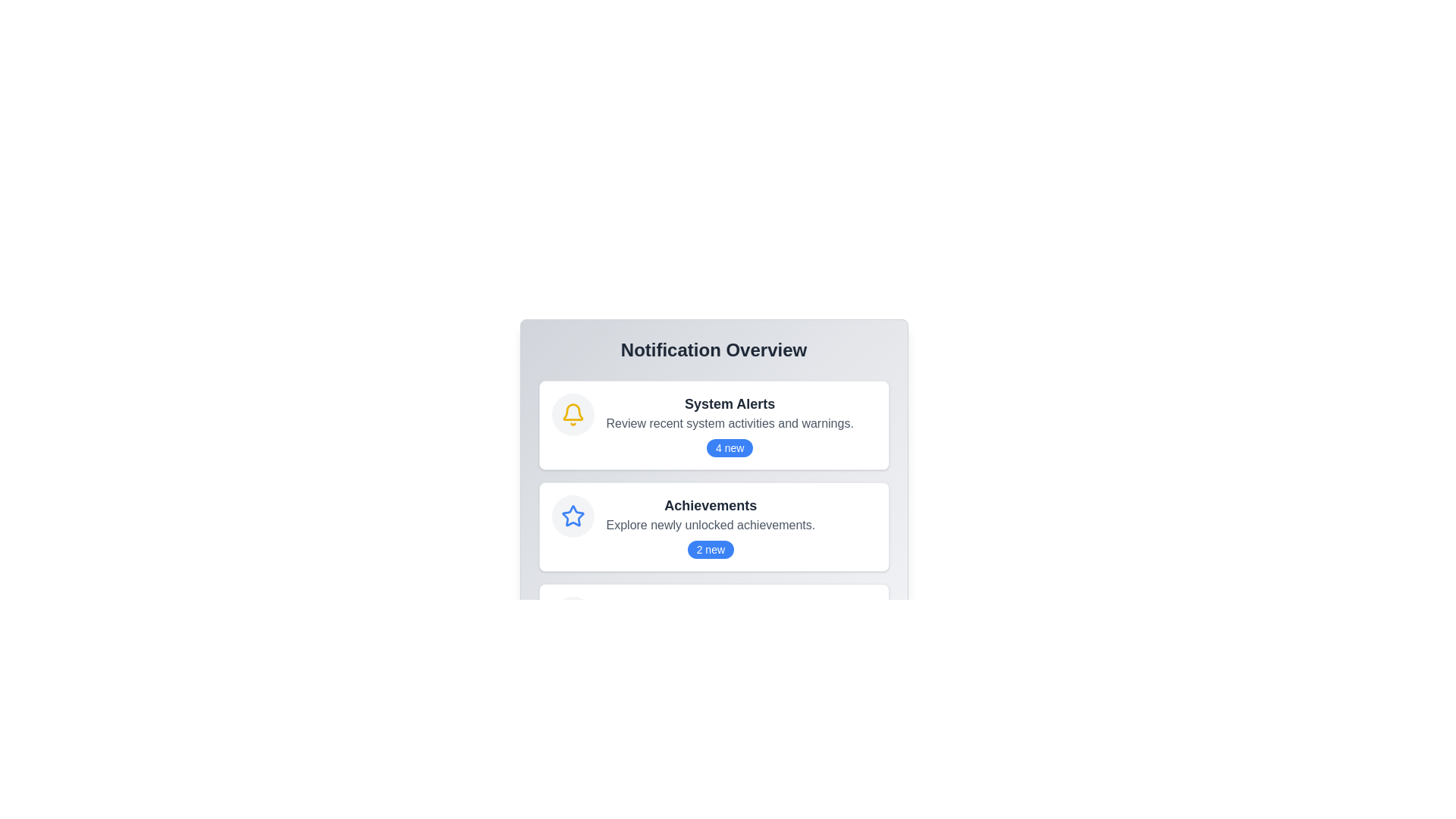 This screenshot has height=819, width=1456. Describe the element at coordinates (572, 516) in the screenshot. I see `the star icon with a blue outer stroke located on the right-hand side of the 'Achievements' section in the notifications list` at that location.